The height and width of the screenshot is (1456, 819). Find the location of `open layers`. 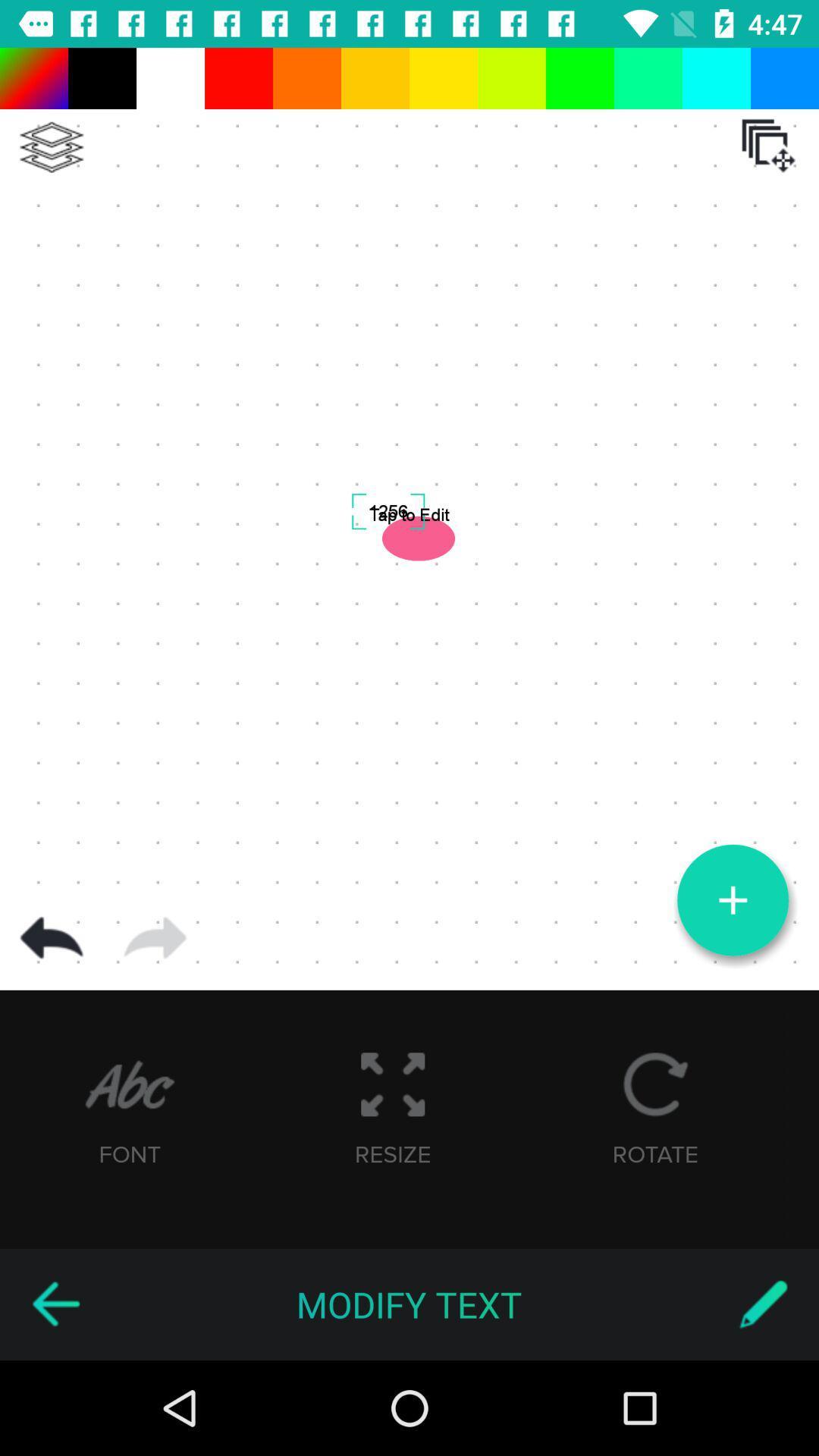

open layers is located at coordinates (768, 146).